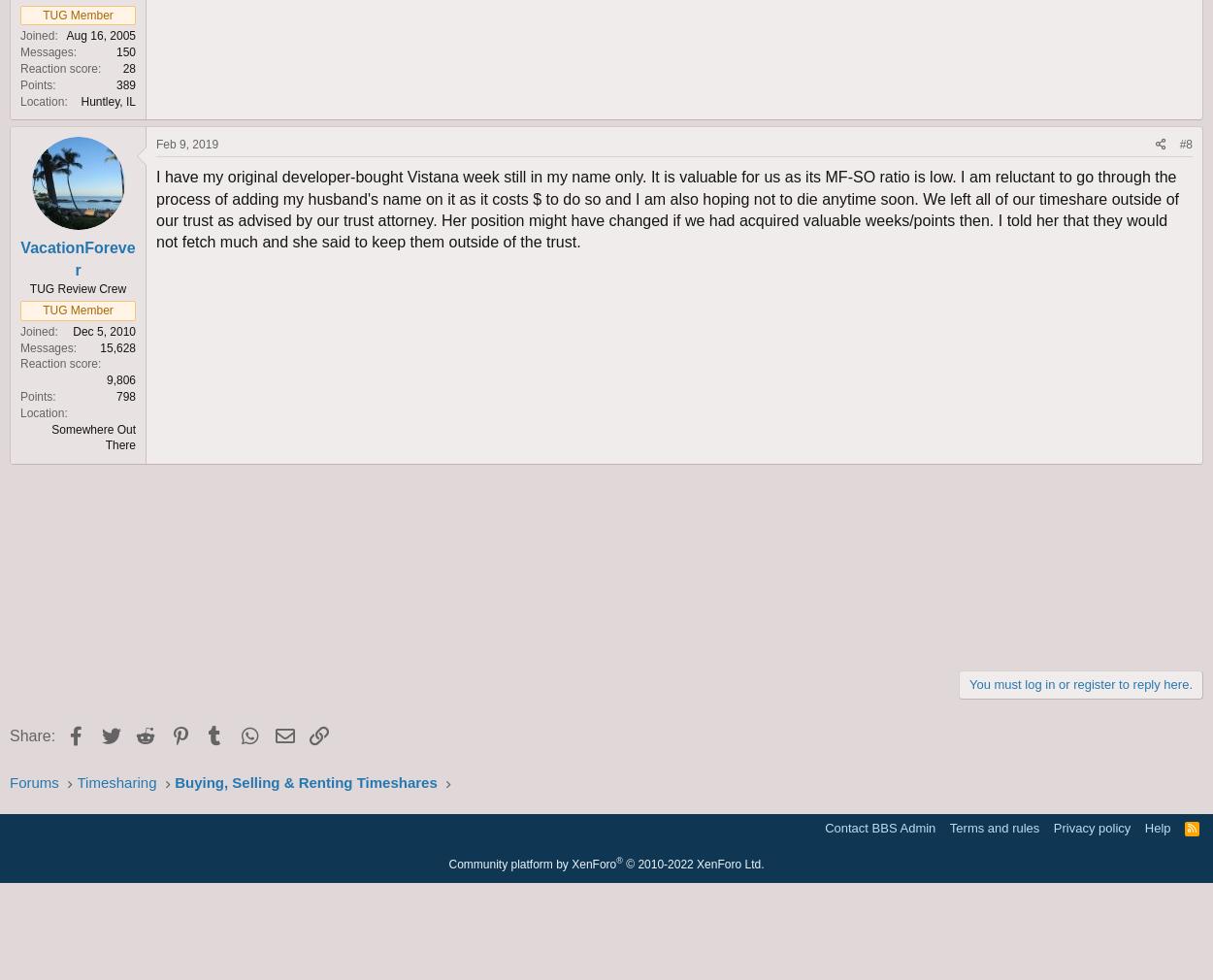 Image resolution: width=1213 pixels, height=980 pixels. What do you see at coordinates (694, 864) in the screenshot?
I see `'© 2010-2022 XenForo Ltd.'` at bounding box center [694, 864].